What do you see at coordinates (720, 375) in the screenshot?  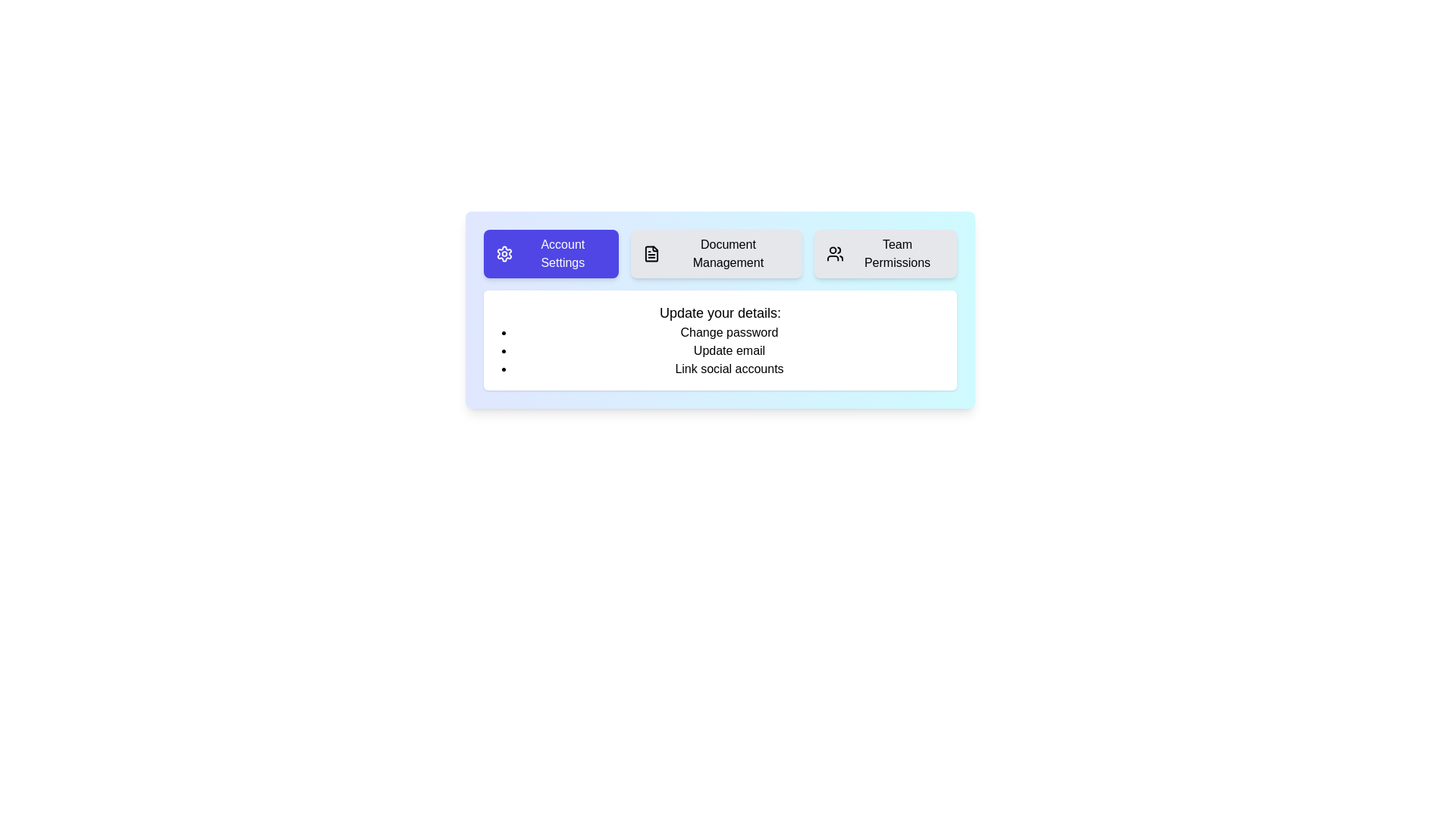 I see `options provided in the 'Update your details:' section, which includes 'Change password', 'Update email', and 'Link social accounts'` at bounding box center [720, 375].